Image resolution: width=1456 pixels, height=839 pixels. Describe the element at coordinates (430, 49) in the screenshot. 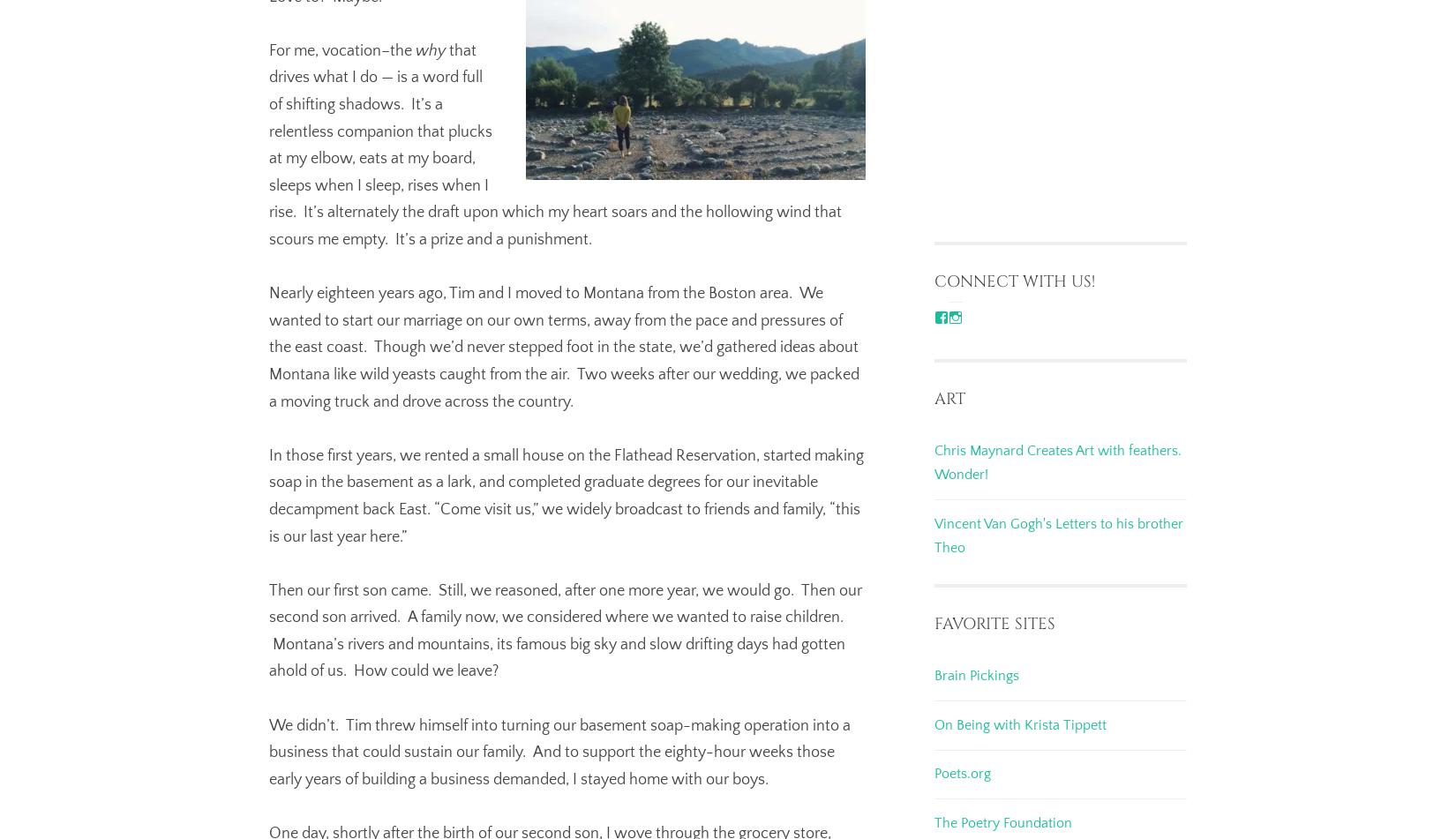

I see `'why'` at that location.